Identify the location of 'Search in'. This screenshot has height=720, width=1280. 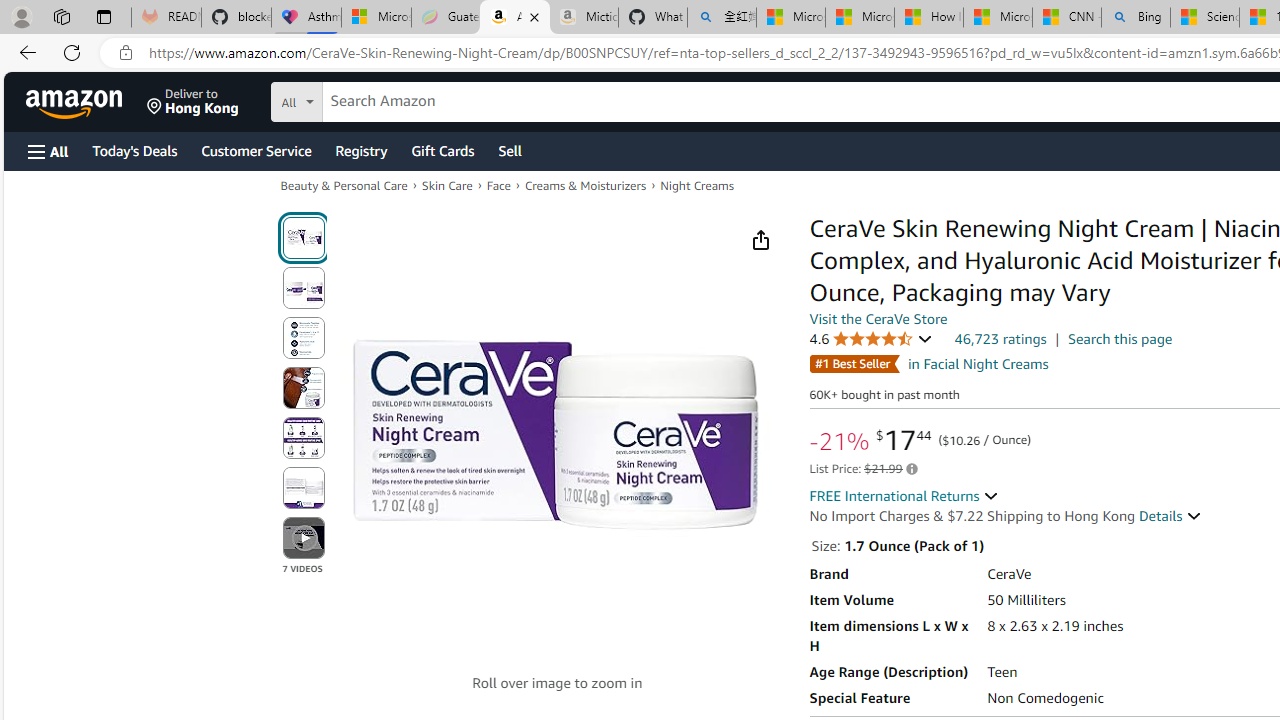
(371, 99).